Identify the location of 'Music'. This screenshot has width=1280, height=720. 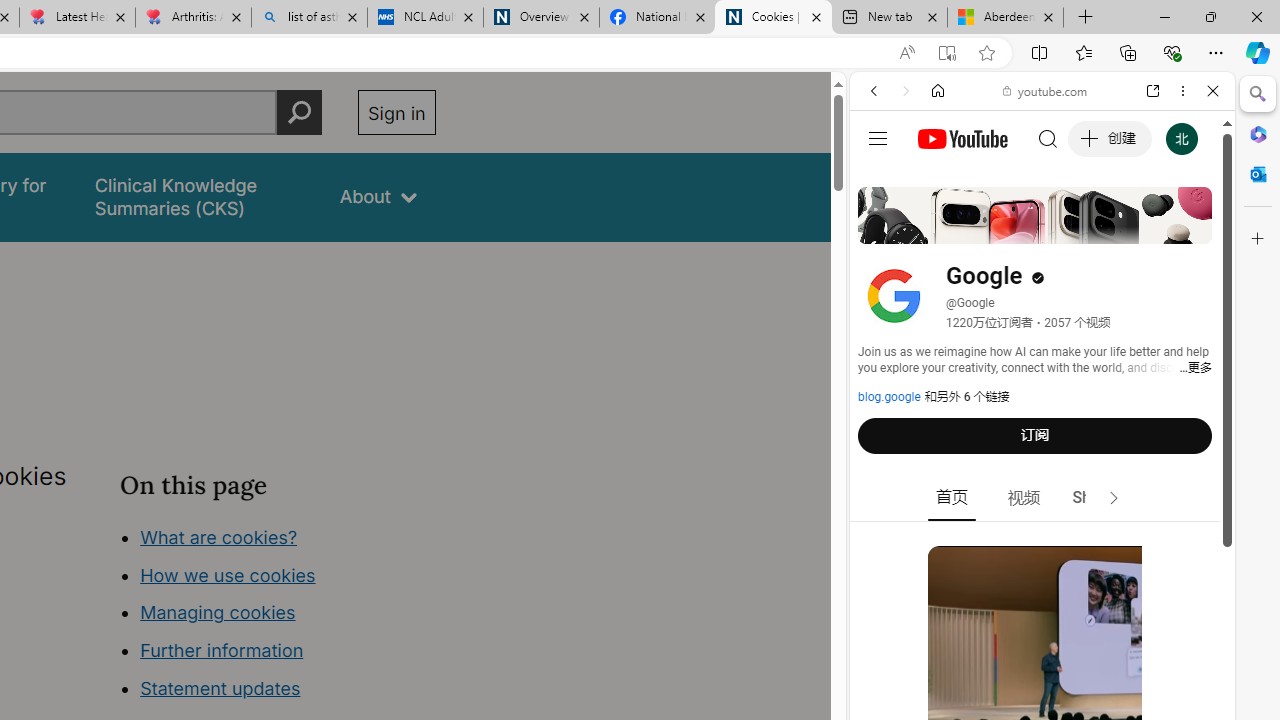
(1041, 543).